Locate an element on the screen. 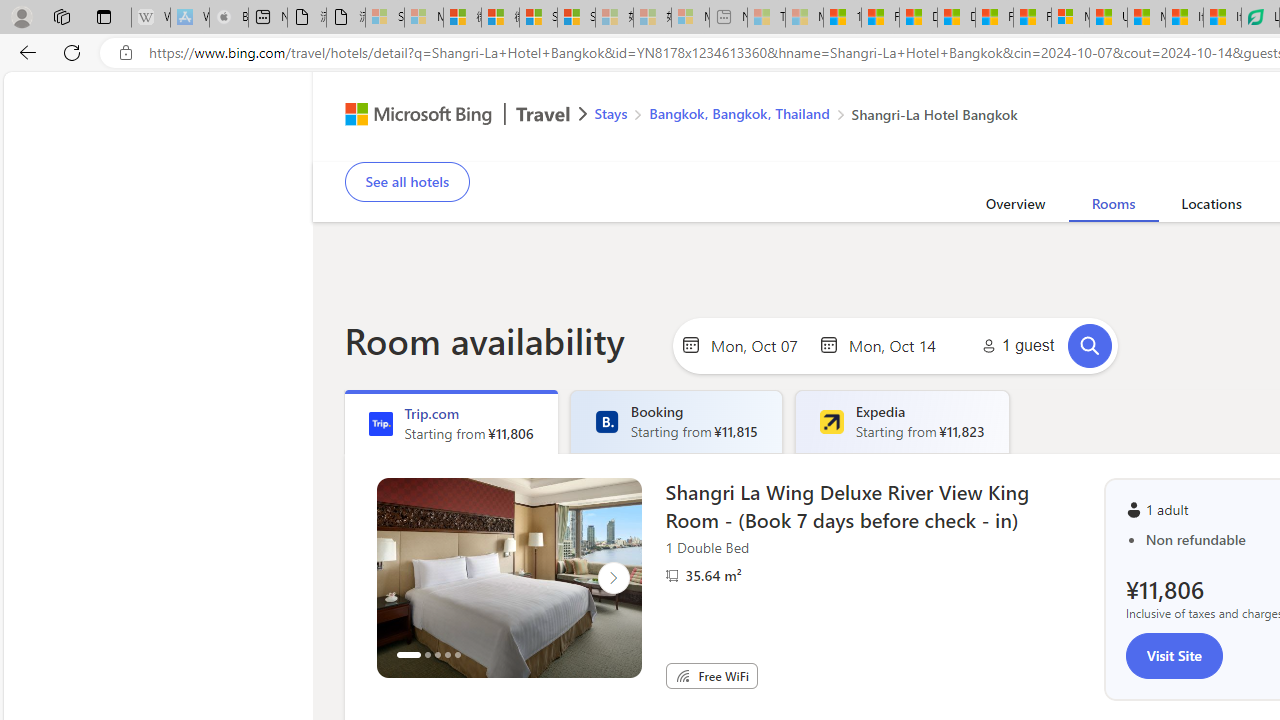 This screenshot has width=1280, height=720. 'AutomationID: bread-crumb-root' is located at coordinates (792, 117).